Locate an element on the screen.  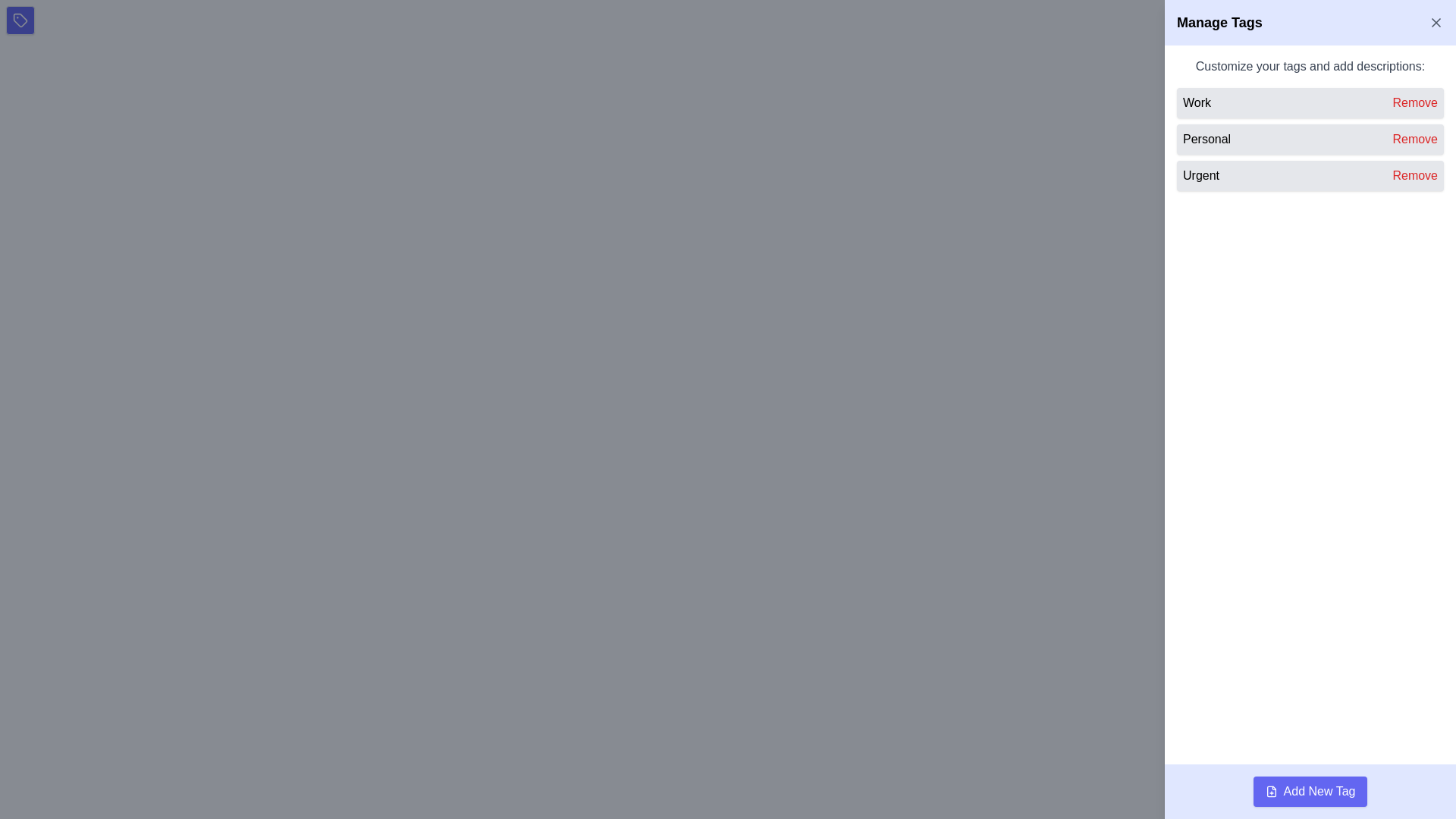
the rectangular button with rounded corners and a purple background that says 'Add New Tag' is located at coordinates (1310, 791).